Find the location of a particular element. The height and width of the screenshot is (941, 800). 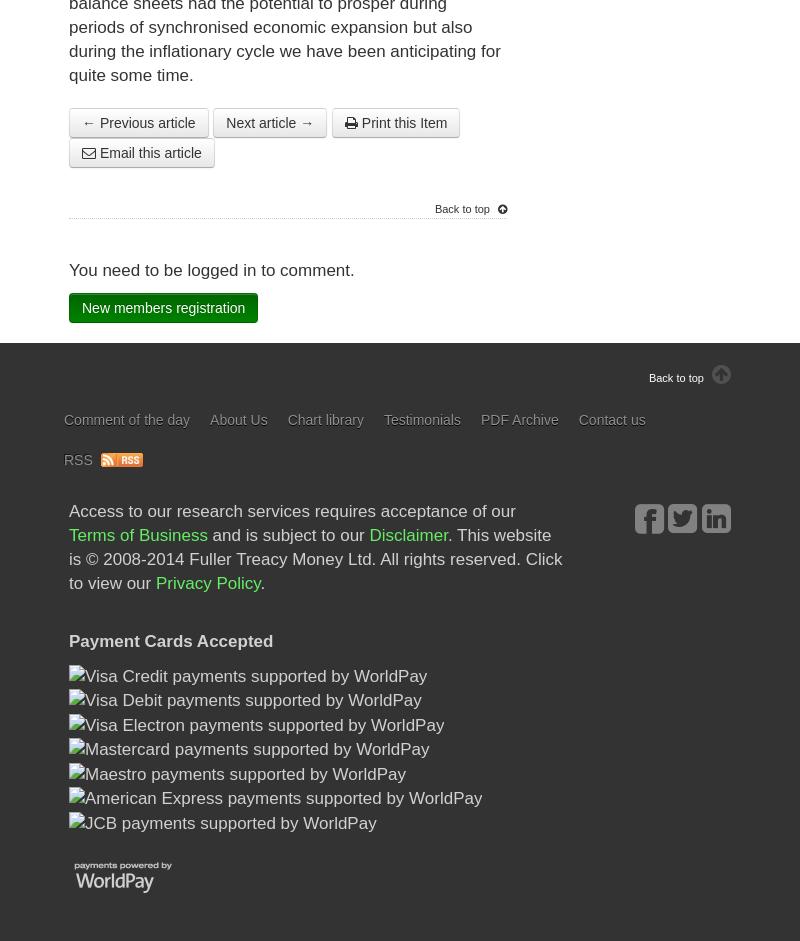

'Next article →' is located at coordinates (270, 122).